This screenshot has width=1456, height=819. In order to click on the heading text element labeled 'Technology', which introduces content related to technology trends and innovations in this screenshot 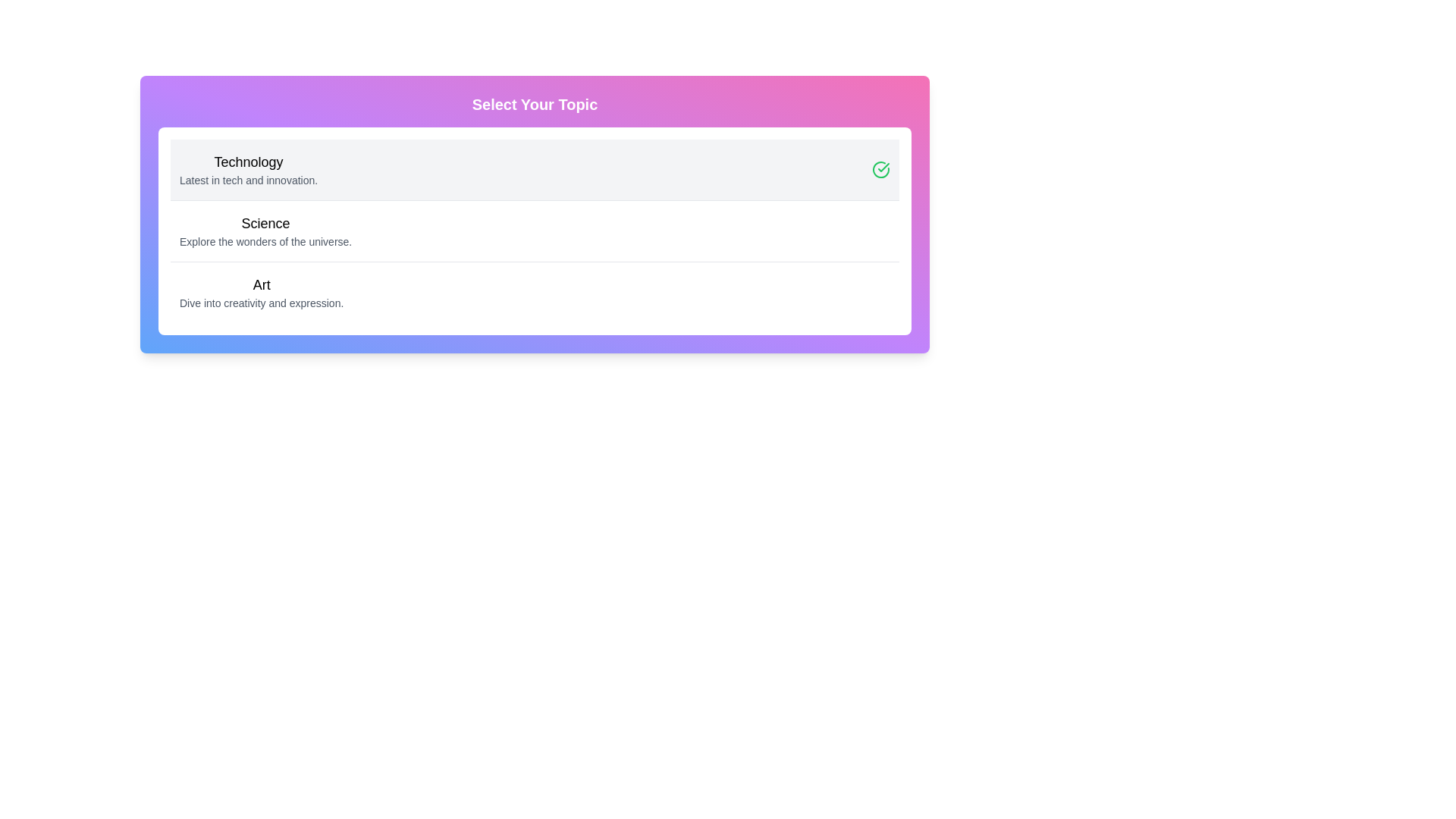, I will do `click(249, 162)`.